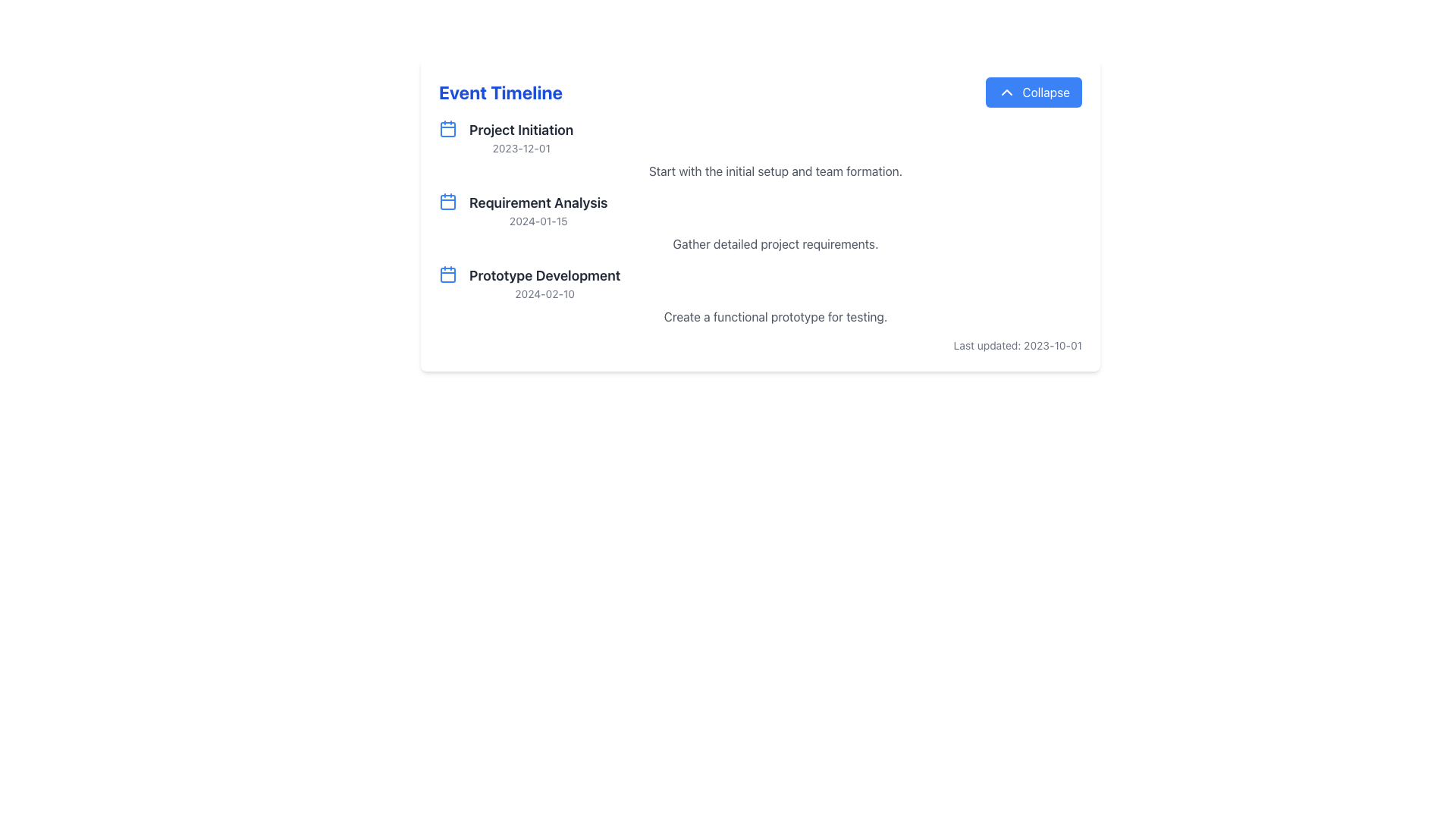 This screenshot has width=1456, height=819. What do you see at coordinates (761, 171) in the screenshot?
I see `text label that says 'Start with the initial setup and team formation.' which is located below the 'Project Initiation' section header` at bounding box center [761, 171].